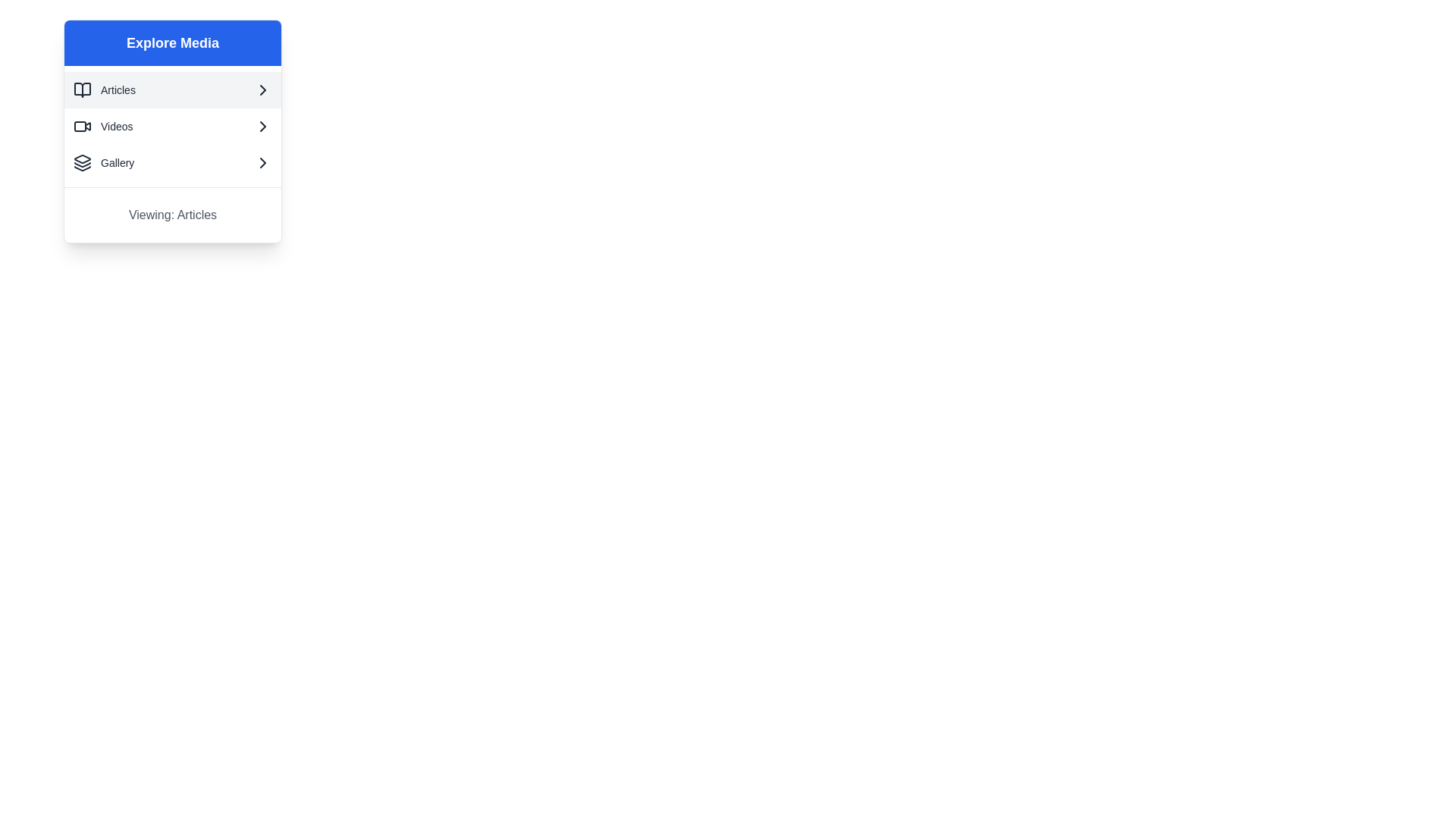  I want to click on the Chevron Right icon located in the menu options under the 'Gallery' label, which is the third item in the vertical list, so click(262, 163).